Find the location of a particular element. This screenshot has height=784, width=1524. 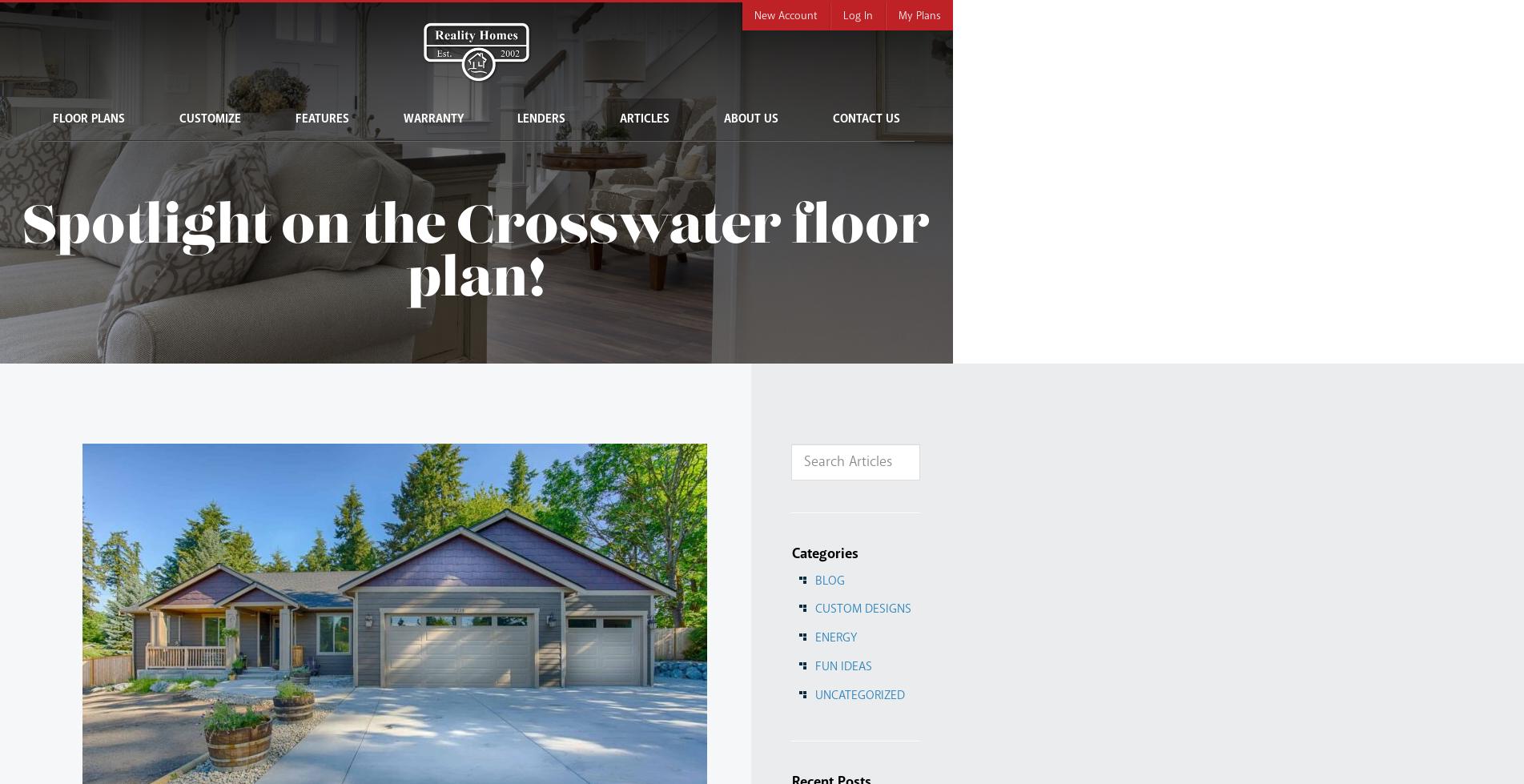

'Warranty' is located at coordinates (432, 119).